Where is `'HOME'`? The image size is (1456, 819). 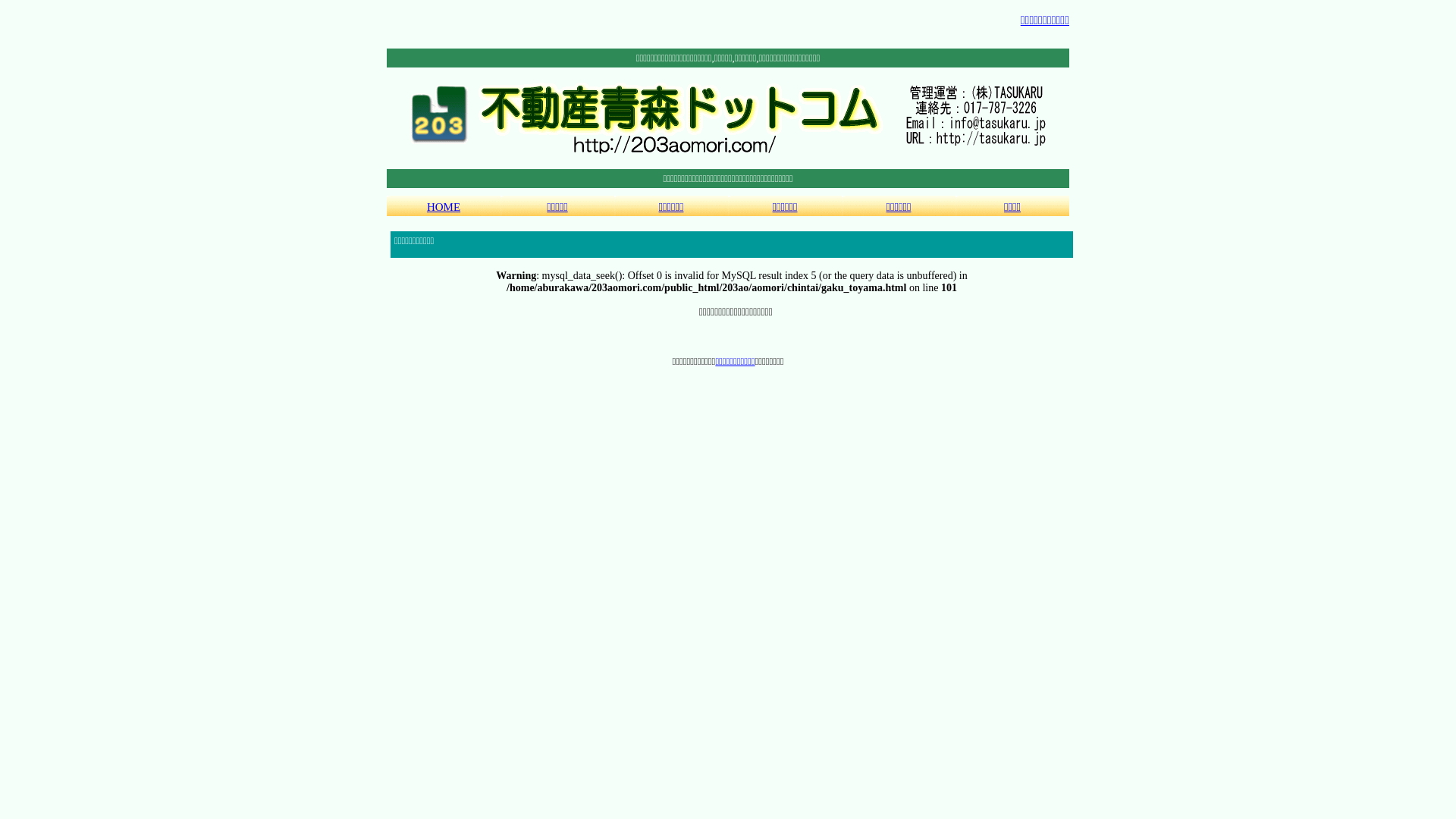
'HOME' is located at coordinates (443, 206).